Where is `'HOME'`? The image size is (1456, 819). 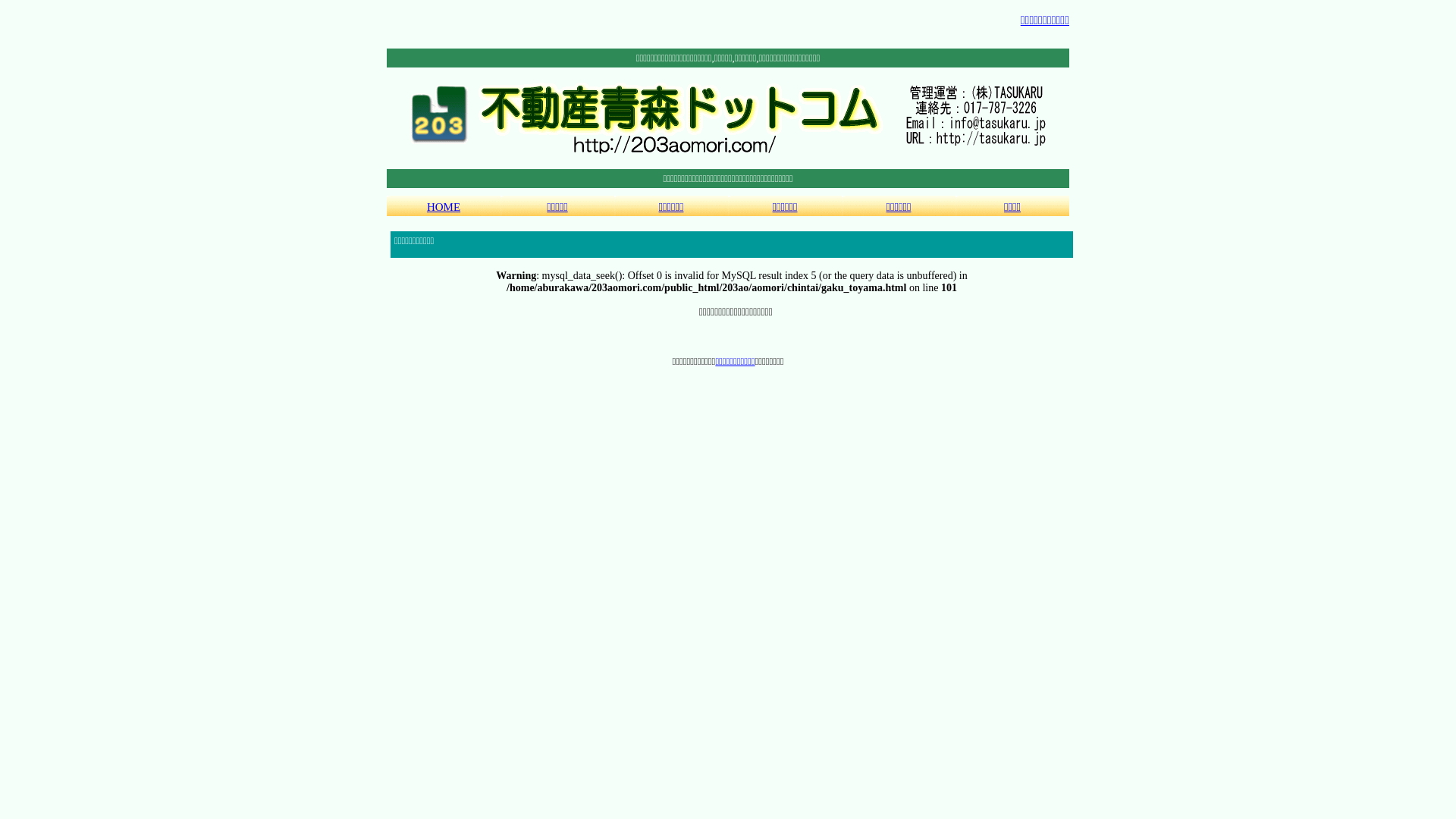
'HOME' is located at coordinates (443, 206).